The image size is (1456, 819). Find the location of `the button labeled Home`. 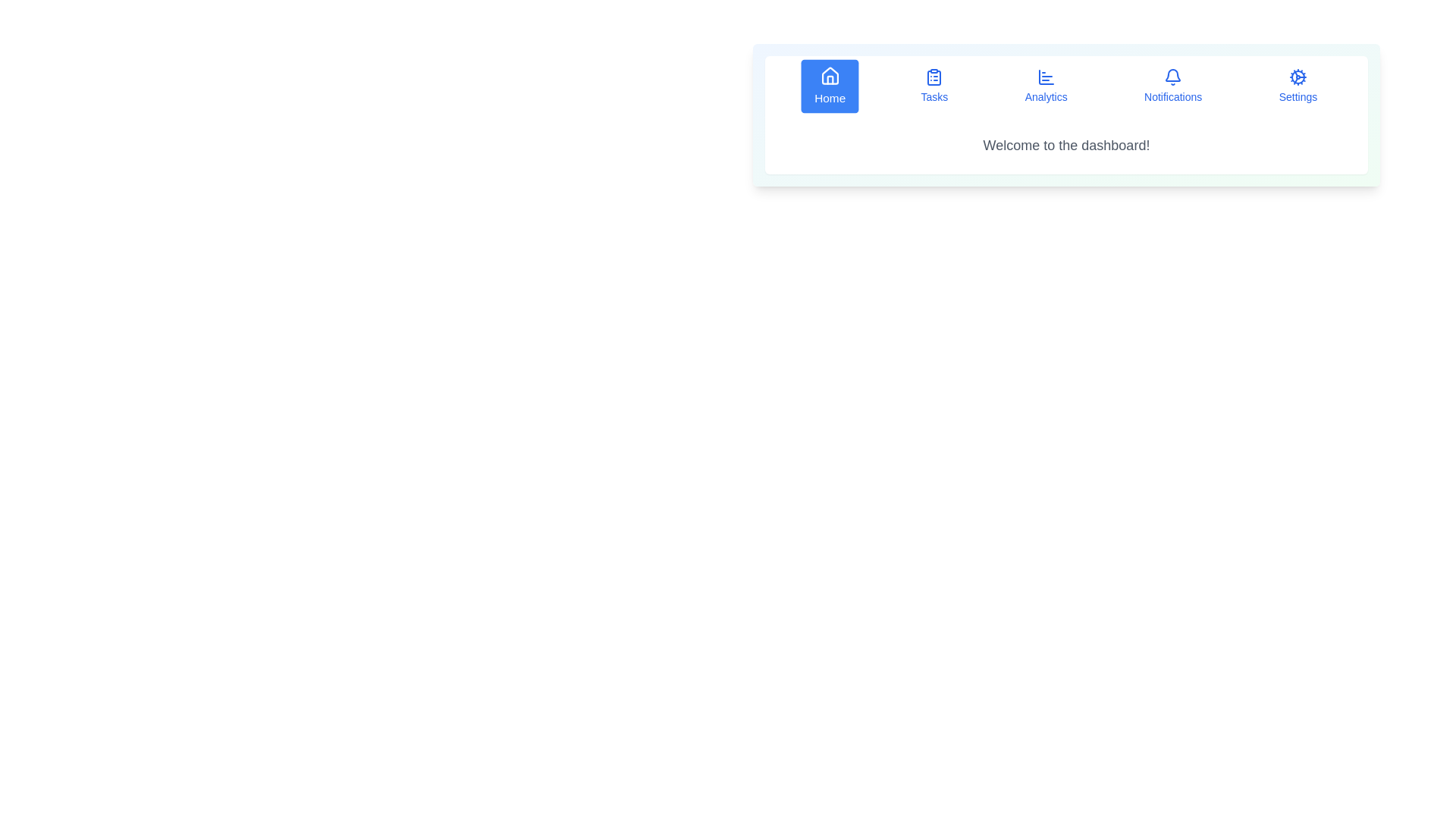

the button labeled Home is located at coordinates (829, 86).